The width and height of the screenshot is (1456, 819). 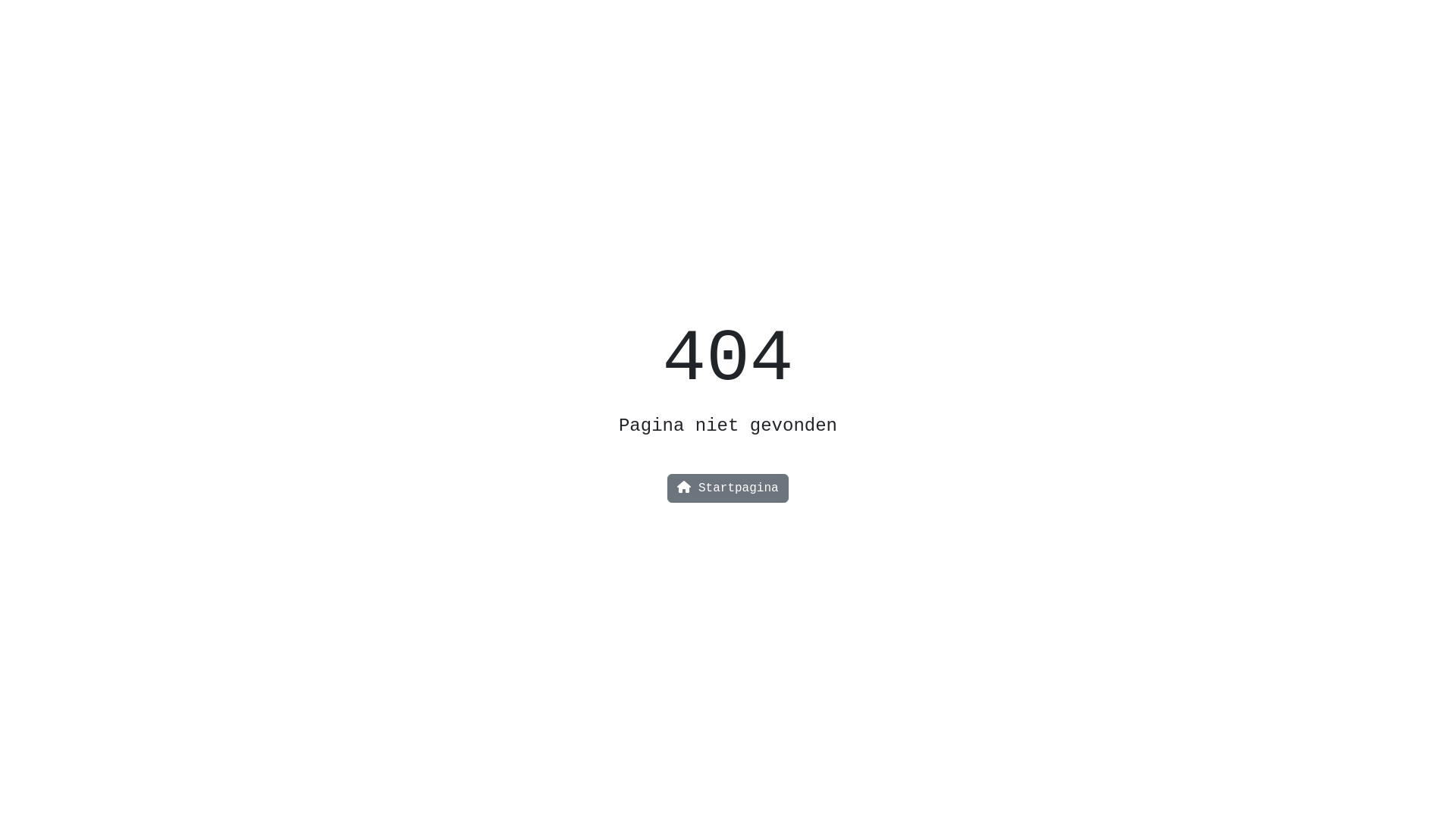 What do you see at coordinates (726, 488) in the screenshot?
I see `'Startpagina'` at bounding box center [726, 488].